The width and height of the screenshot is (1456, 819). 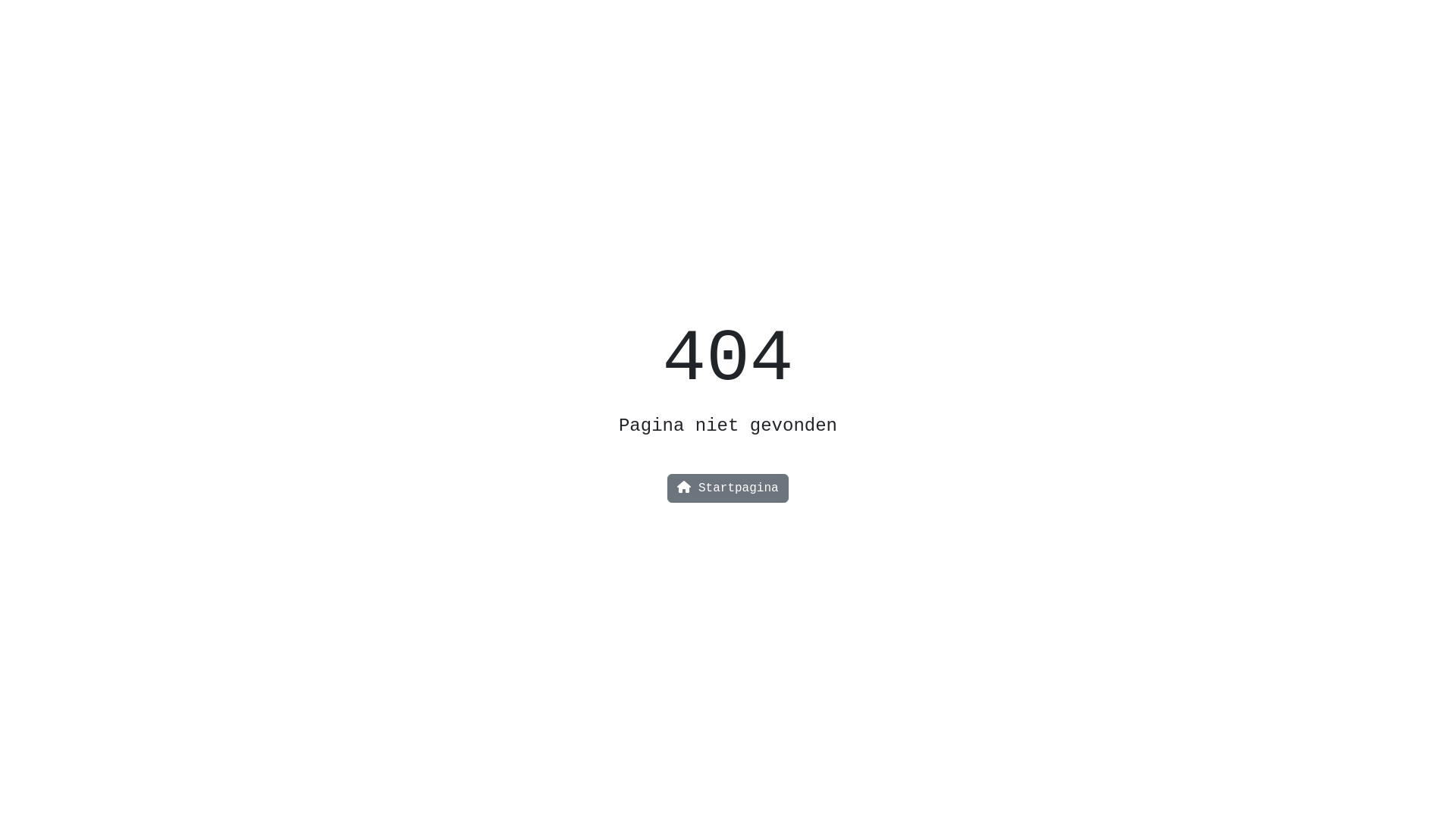 What do you see at coordinates (726, 488) in the screenshot?
I see `'Startpagina'` at bounding box center [726, 488].